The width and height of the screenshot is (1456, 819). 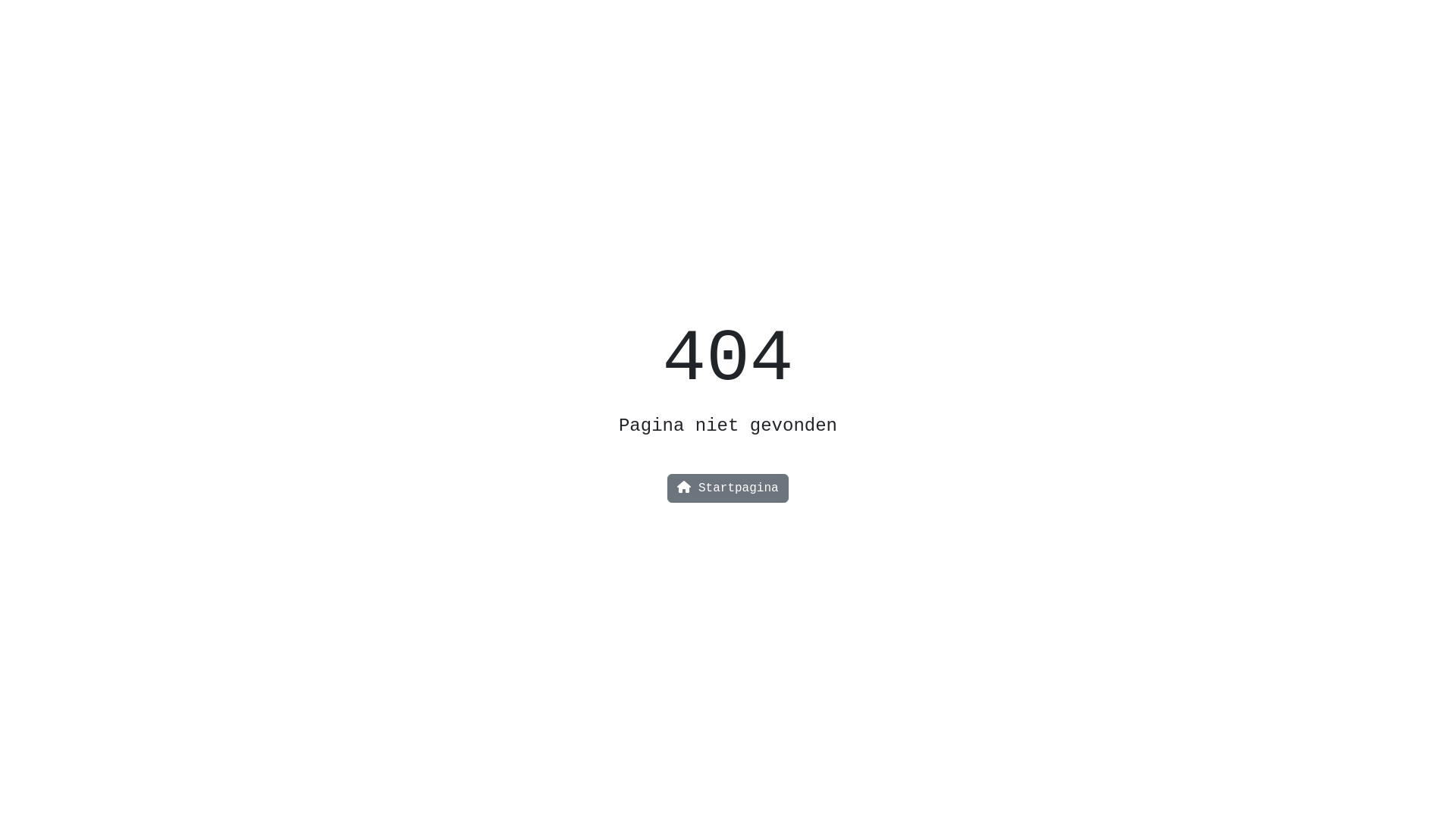 What do you see at coordinates (726, 488) in the screenshot?
I see `'Startpagina'` at bounding box center [726, 488].